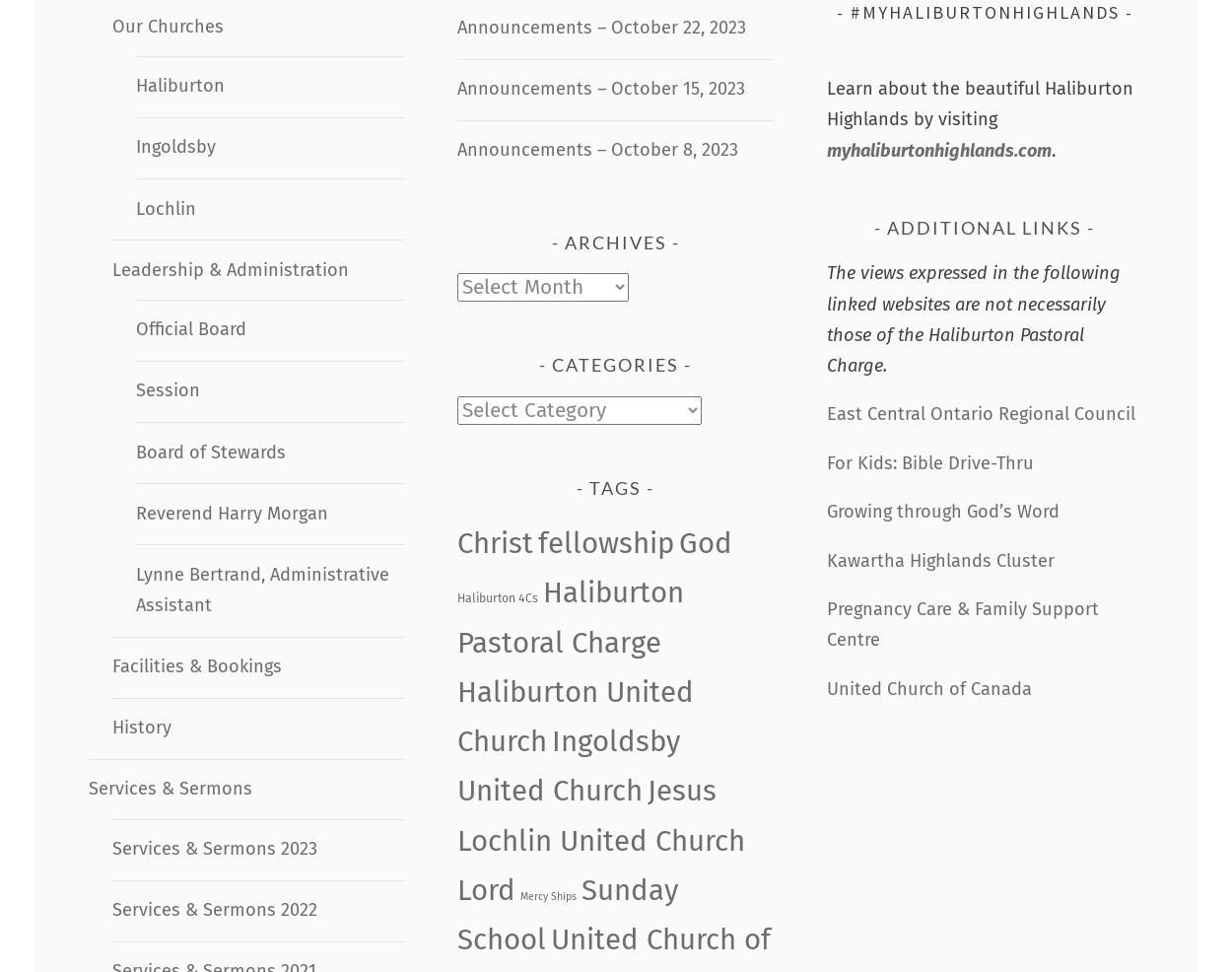  What do you see at coordinates (170, 789) in the screenshot?
I see `'Services & Sermons'` at bounding box center [170, 789].